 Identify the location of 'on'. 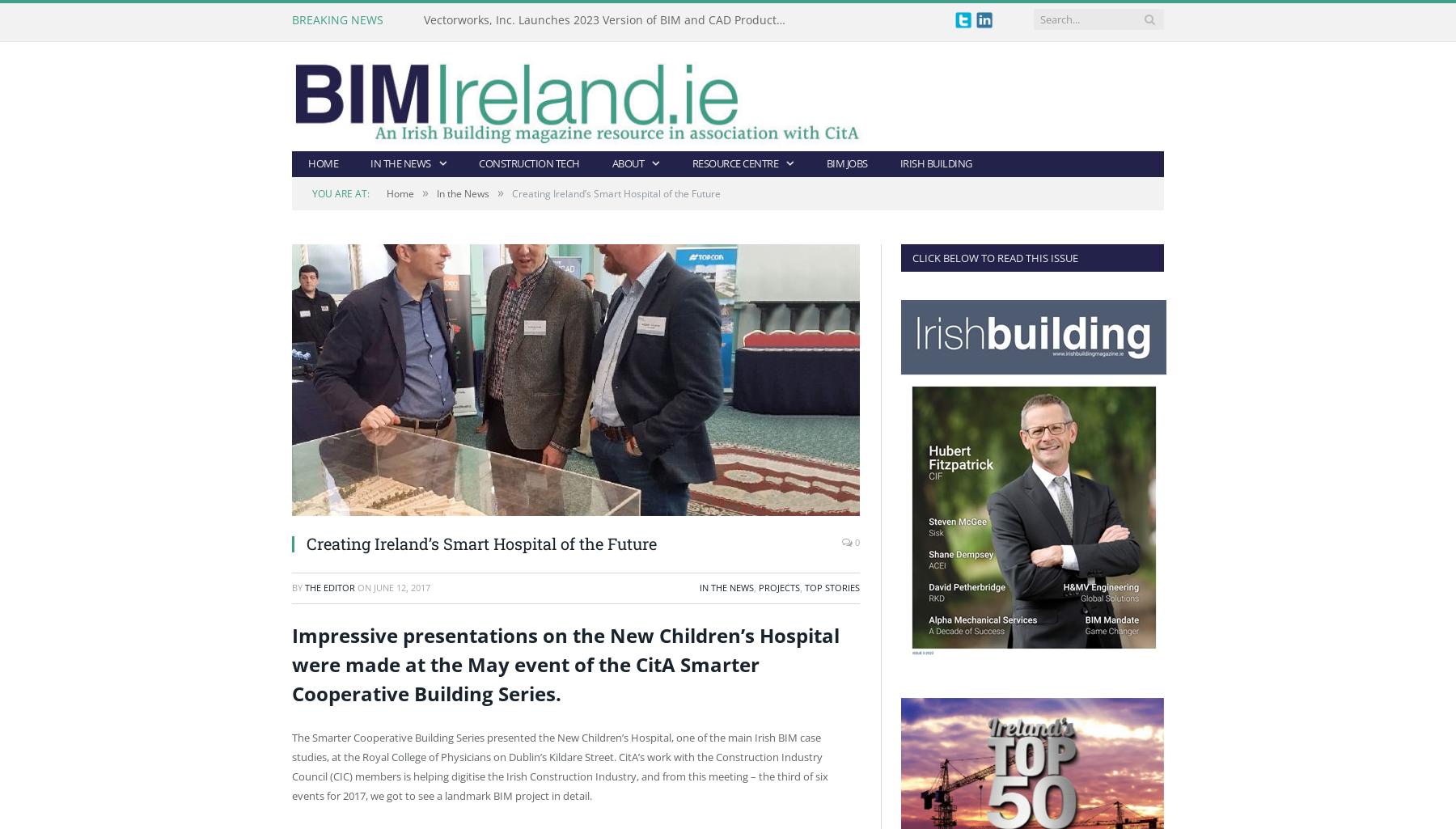
(364, 586).